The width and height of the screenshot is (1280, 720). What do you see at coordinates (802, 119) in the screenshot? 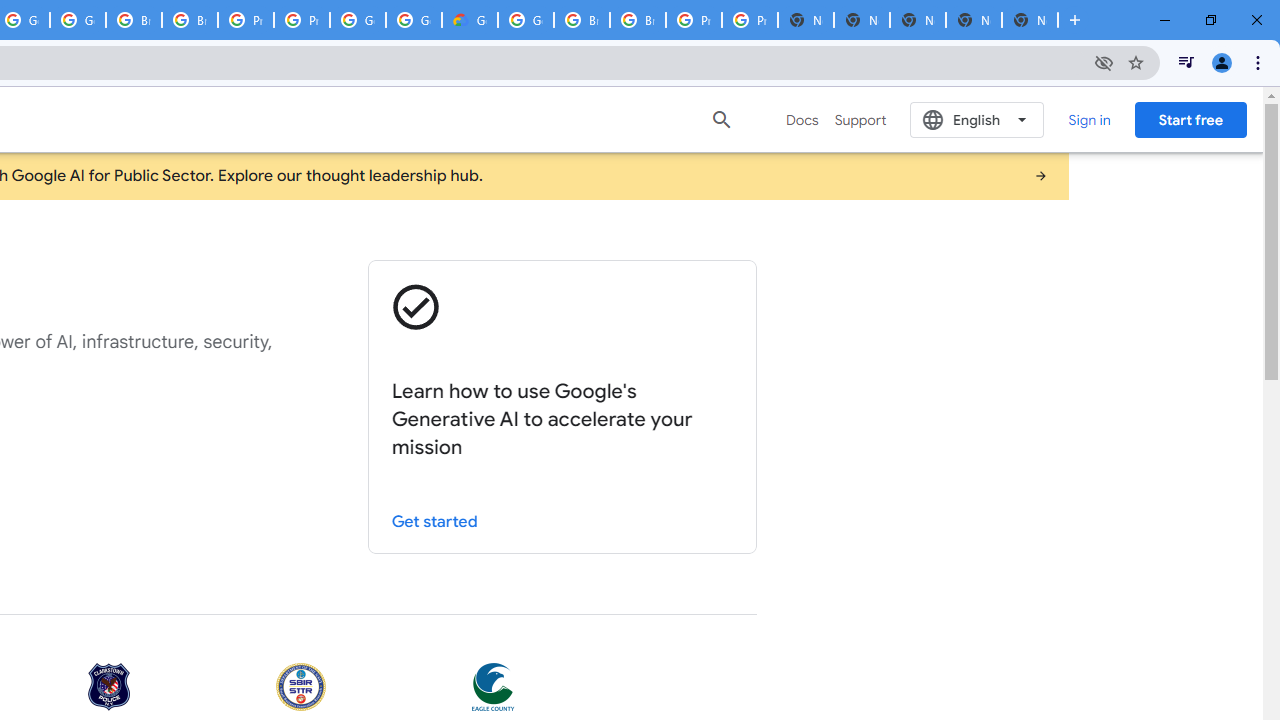
I see `'Docs'` at bounding box center [802, 119].